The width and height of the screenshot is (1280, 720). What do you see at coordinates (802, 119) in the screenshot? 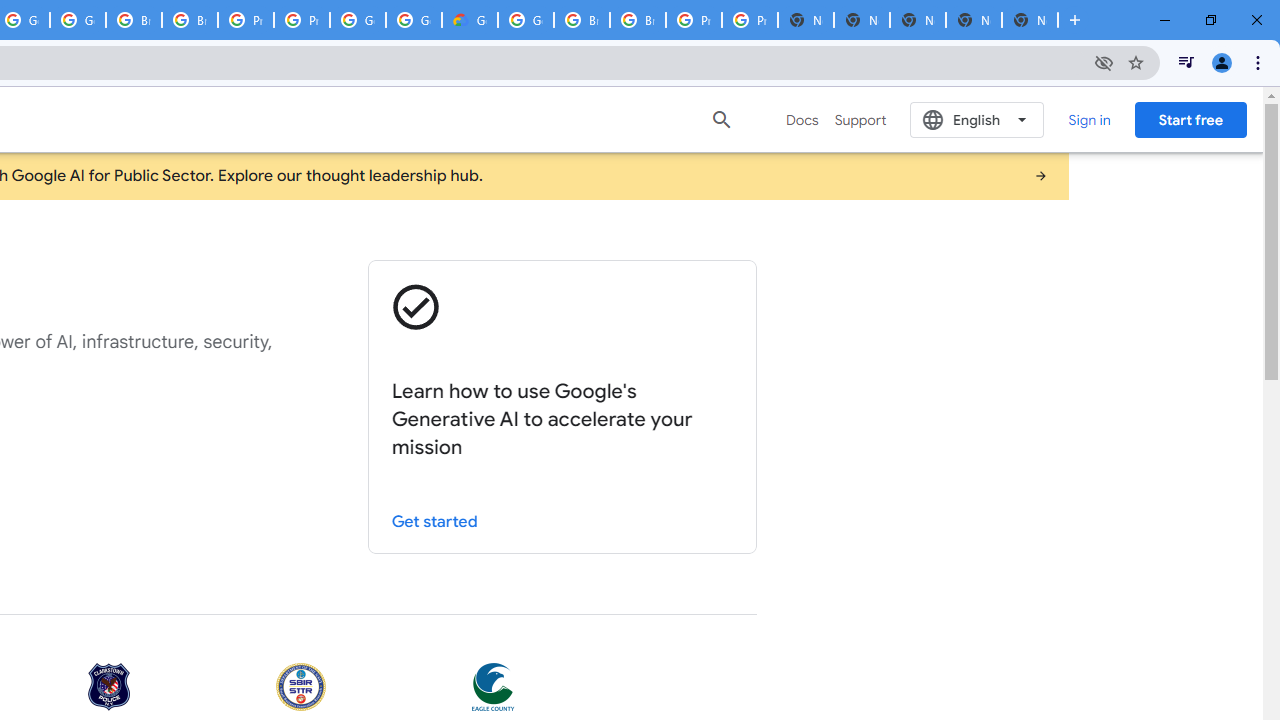
I see `'Docs'` at bounding box center [802, 119].